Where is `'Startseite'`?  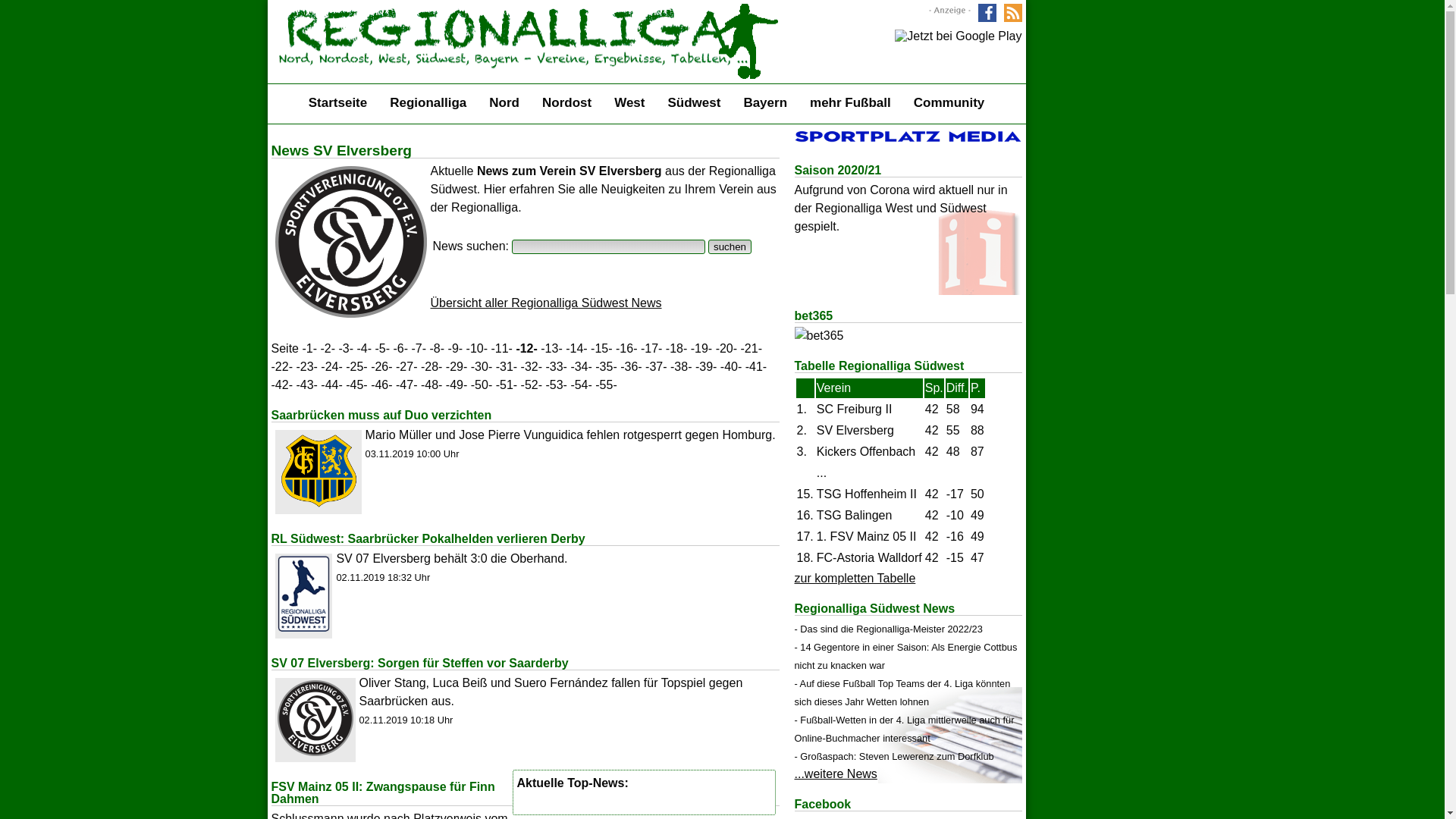 'Startseite' is located at coordinates (297, 102).